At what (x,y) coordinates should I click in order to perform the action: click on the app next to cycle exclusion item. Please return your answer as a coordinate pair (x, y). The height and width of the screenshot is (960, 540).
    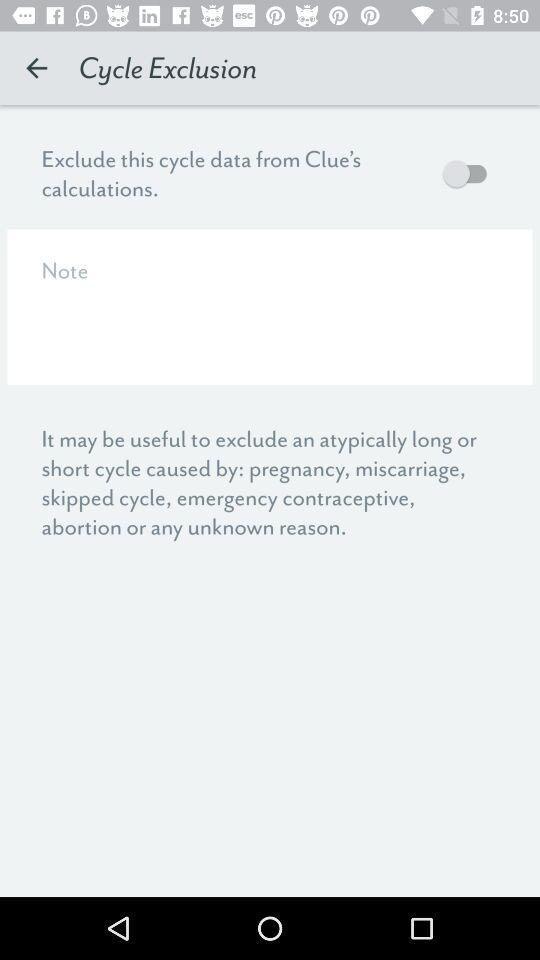
    Looking at the image, I should click on (36, 68).